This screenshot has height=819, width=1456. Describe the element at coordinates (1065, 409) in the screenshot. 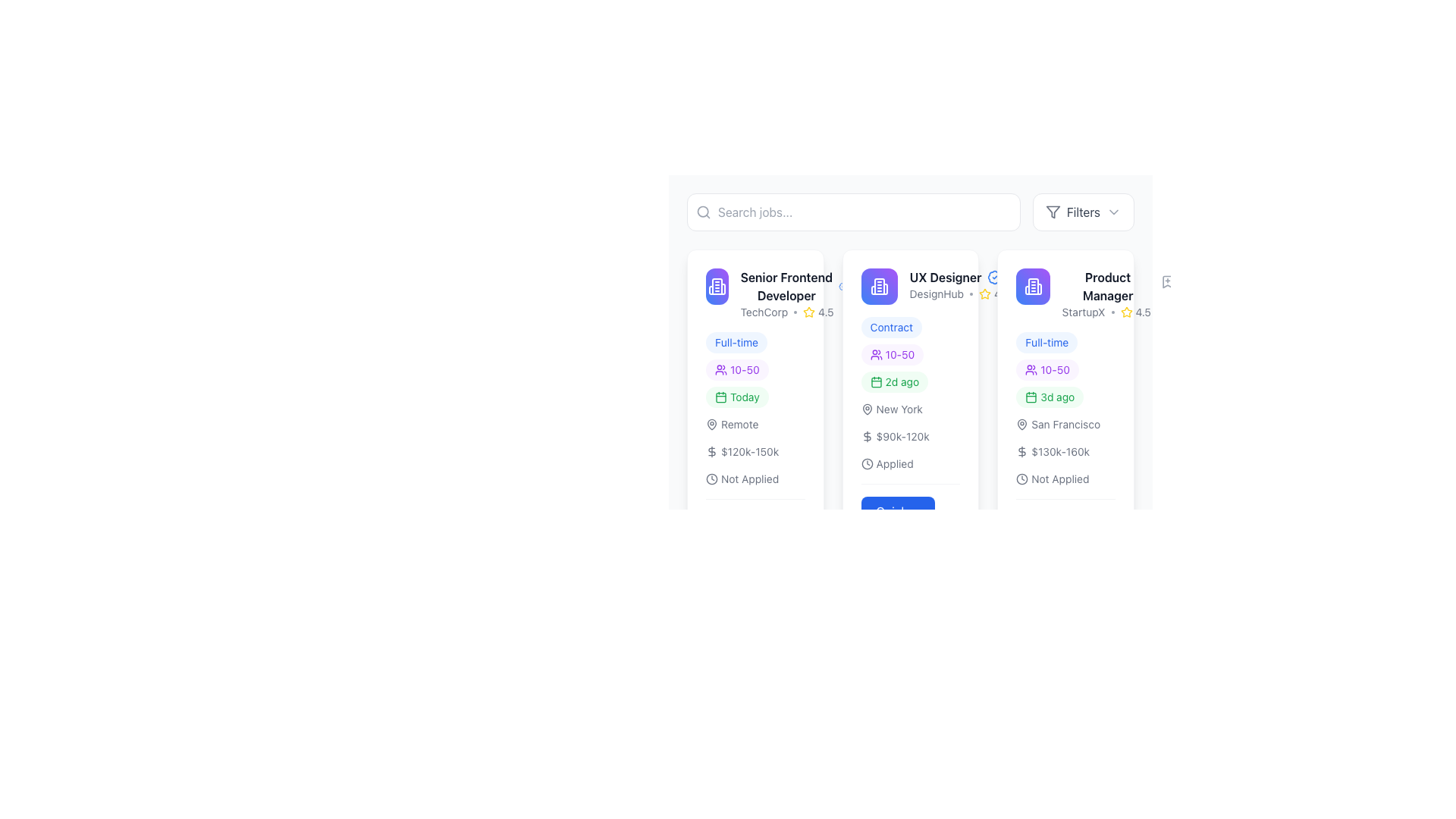

I see `job attributes displayed in the job card labeled 'Product Manager', which includes employment type, company size, location, and salary` at that location.